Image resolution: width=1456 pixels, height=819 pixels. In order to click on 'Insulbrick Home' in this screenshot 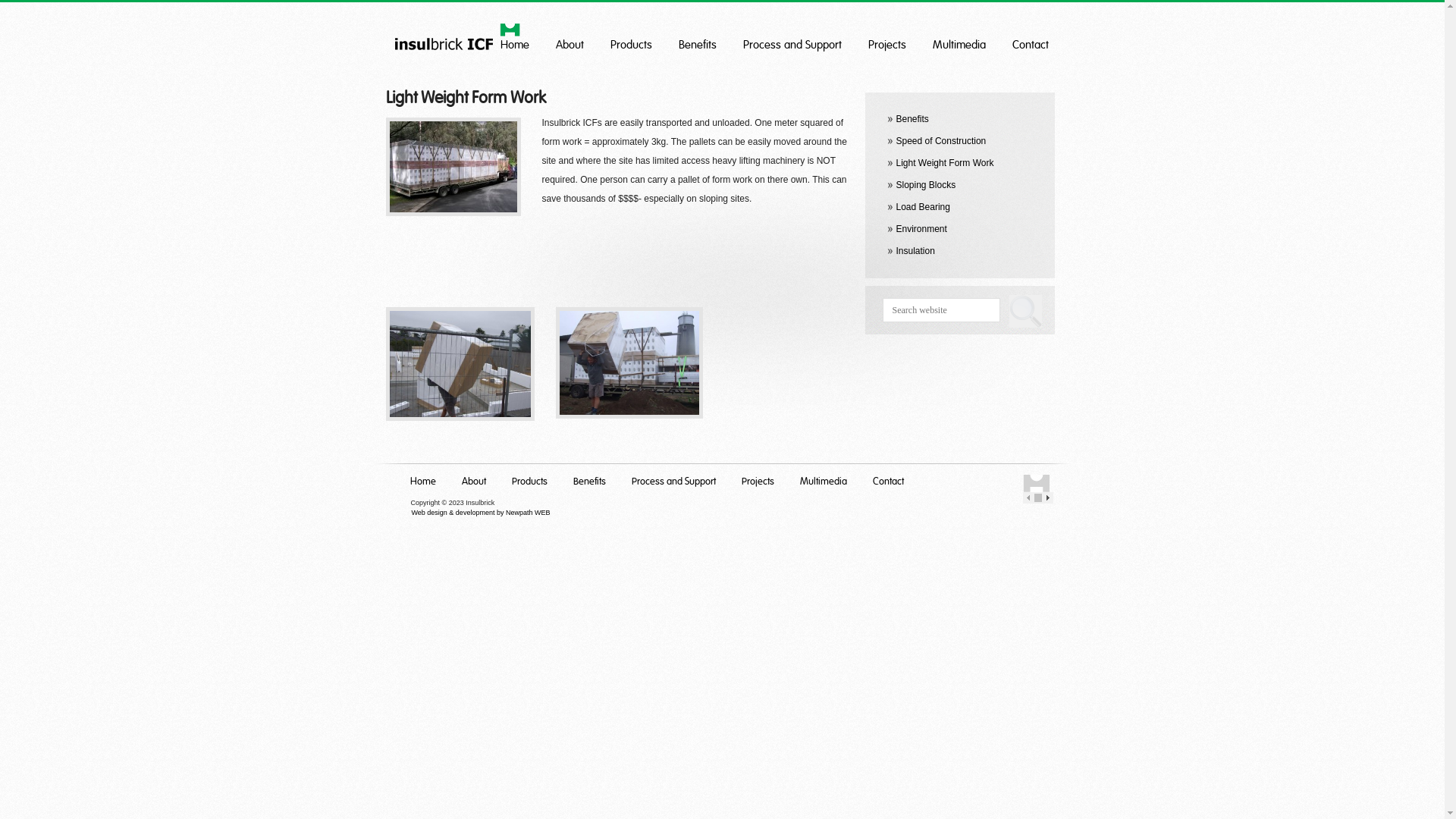, I will do `click(1022, 483)`.